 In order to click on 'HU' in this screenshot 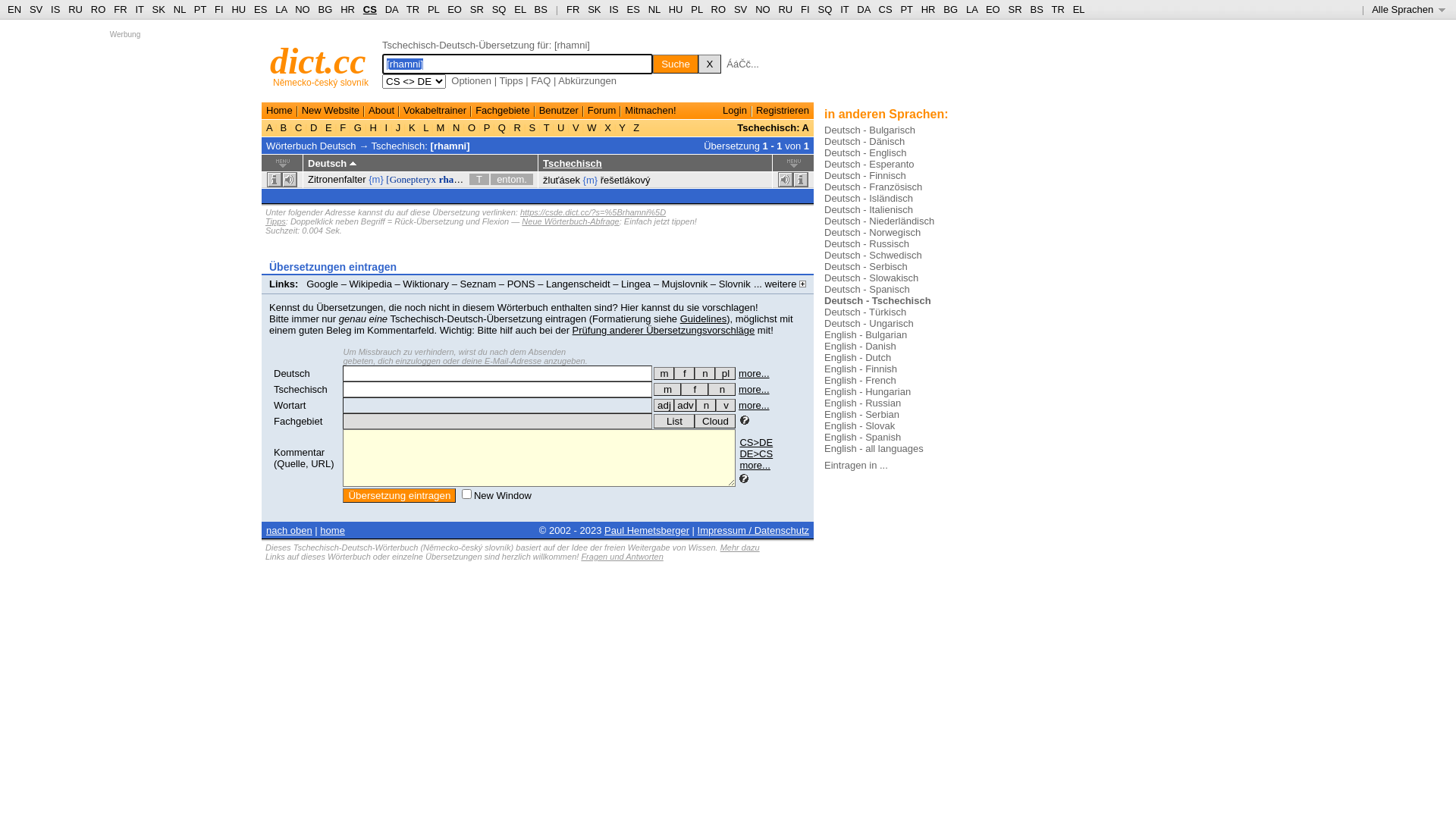, I will do `click(675, 9)`.